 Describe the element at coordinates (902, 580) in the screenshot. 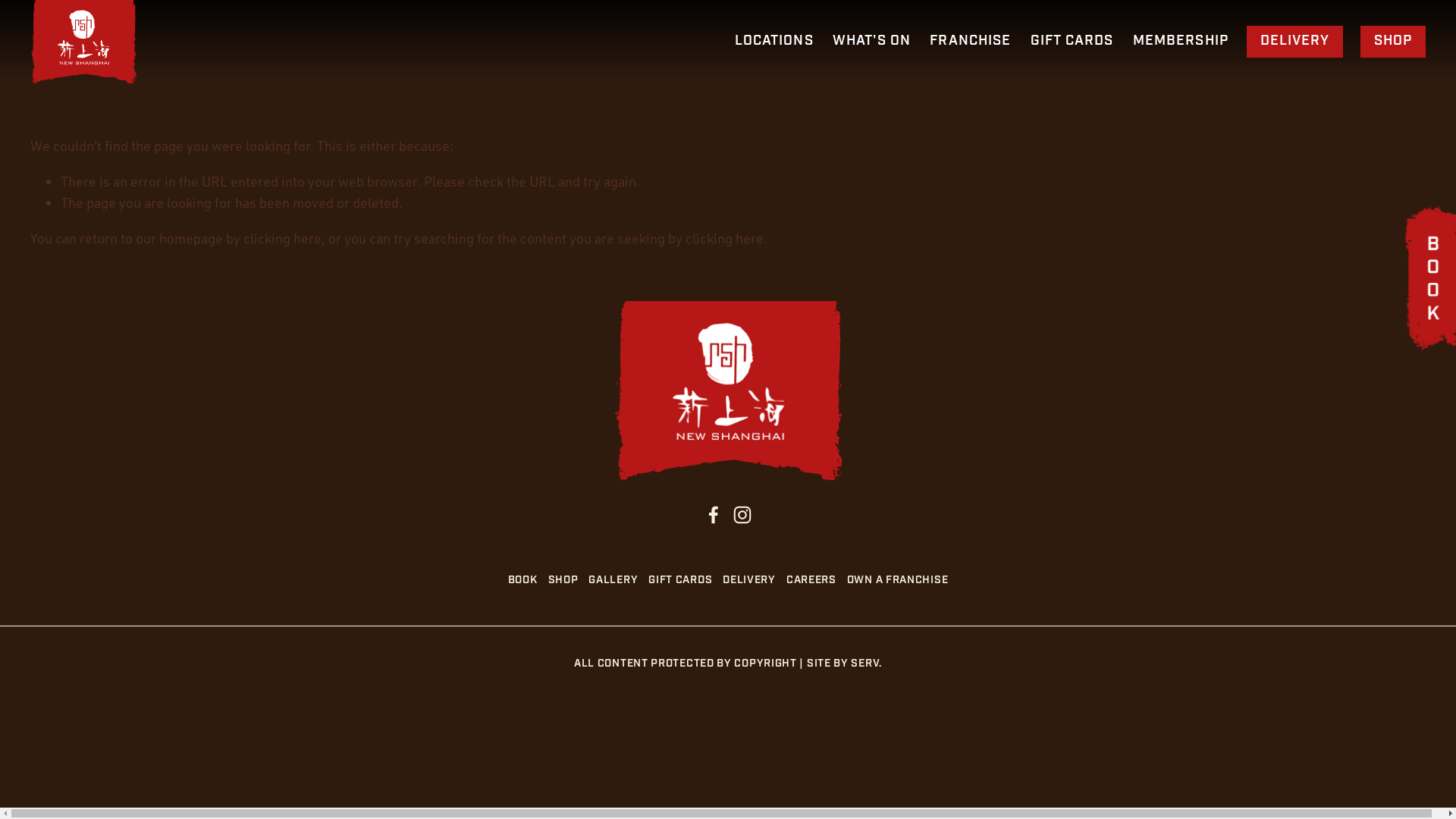

I see `'OWN A FRANCHISE'` at that location.